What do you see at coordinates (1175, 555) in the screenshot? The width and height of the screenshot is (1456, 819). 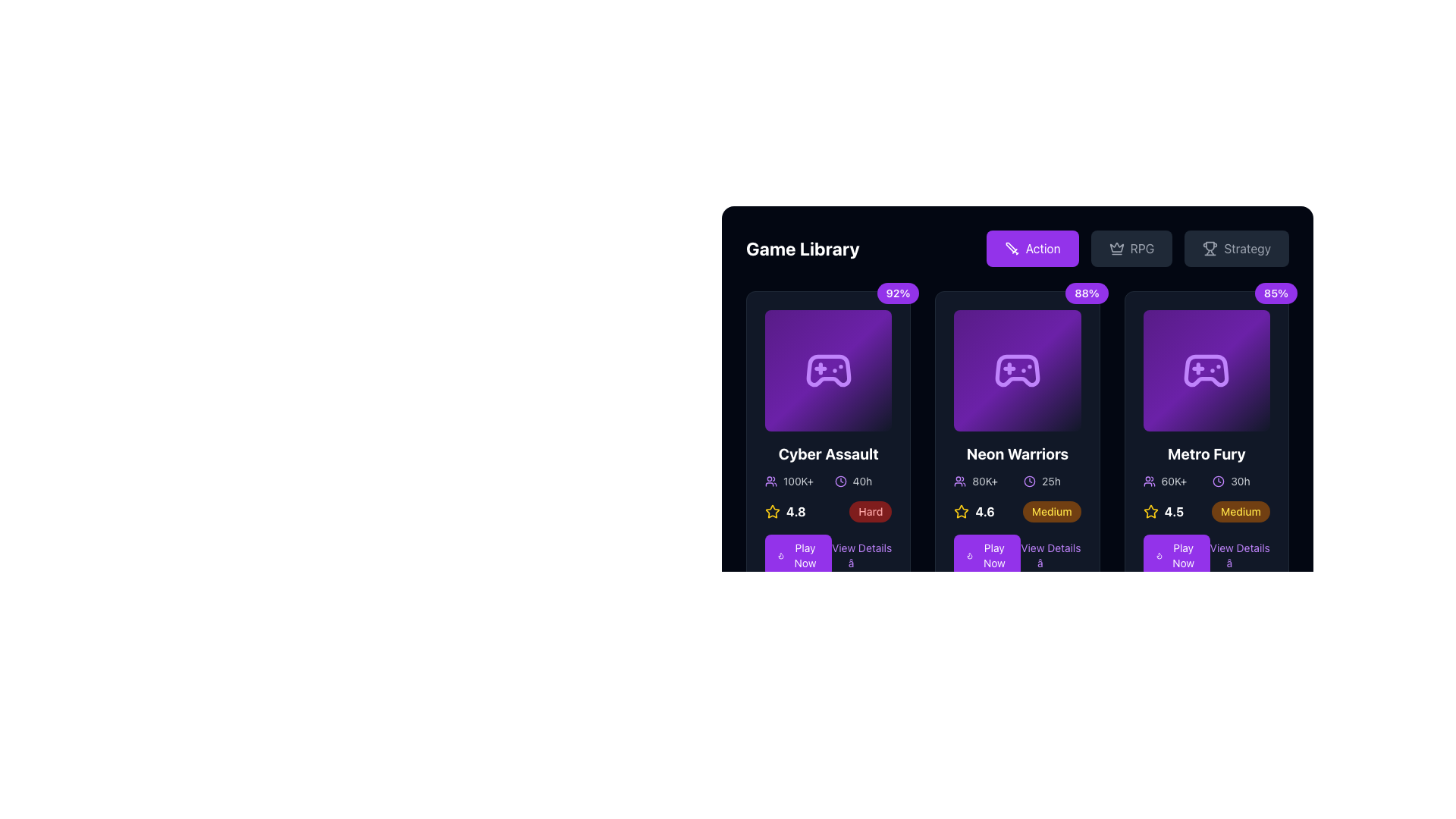 I see `the 'Play Now' button with a purple background and white text, located in the 'Metro Fury' card in the 'Game Library', to observe a change in color for interactivity feedback` at bounding box center [1175, 555].